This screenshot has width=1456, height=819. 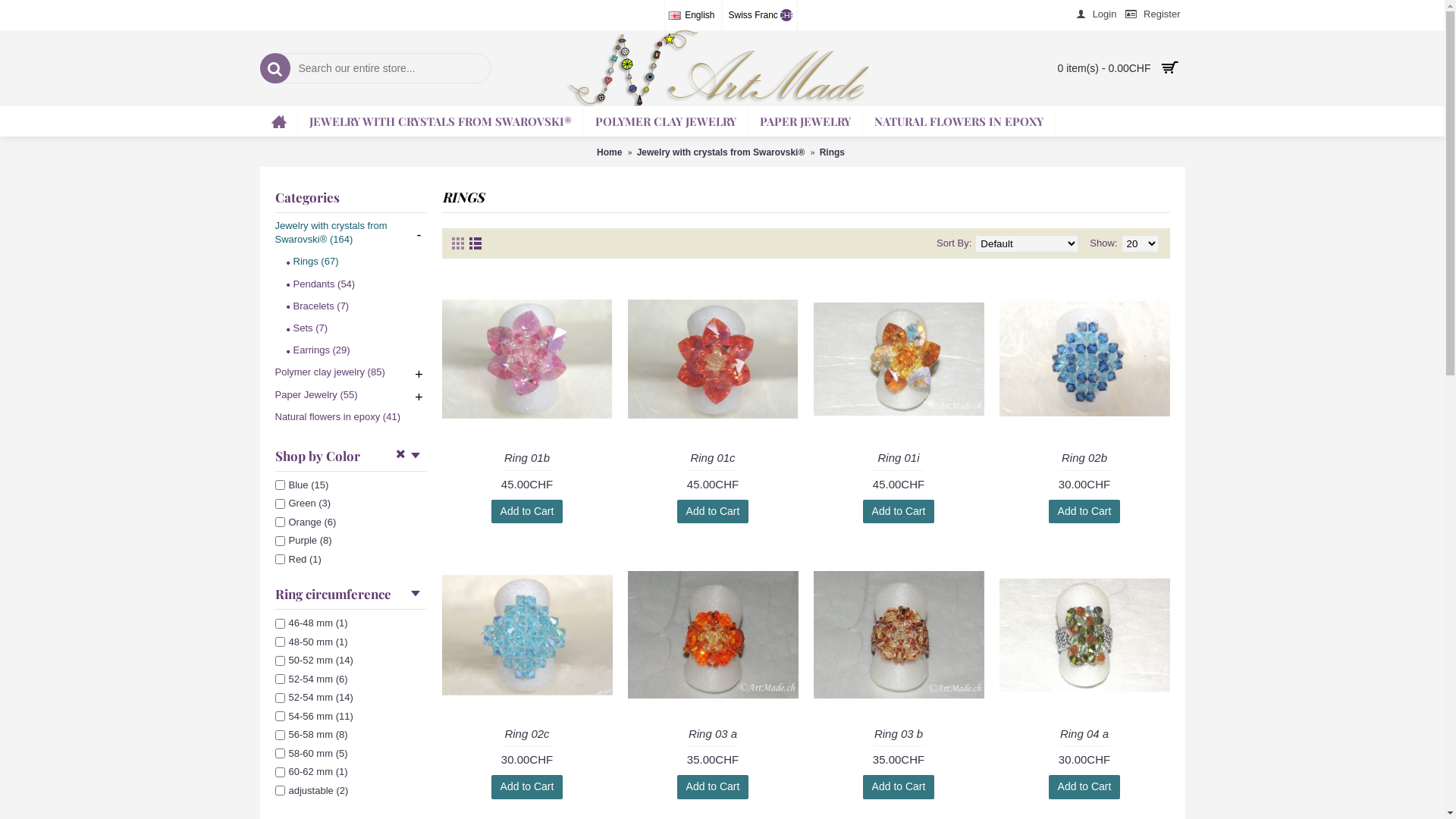 I want to click on 'Login', so click(x=1096, y=14).